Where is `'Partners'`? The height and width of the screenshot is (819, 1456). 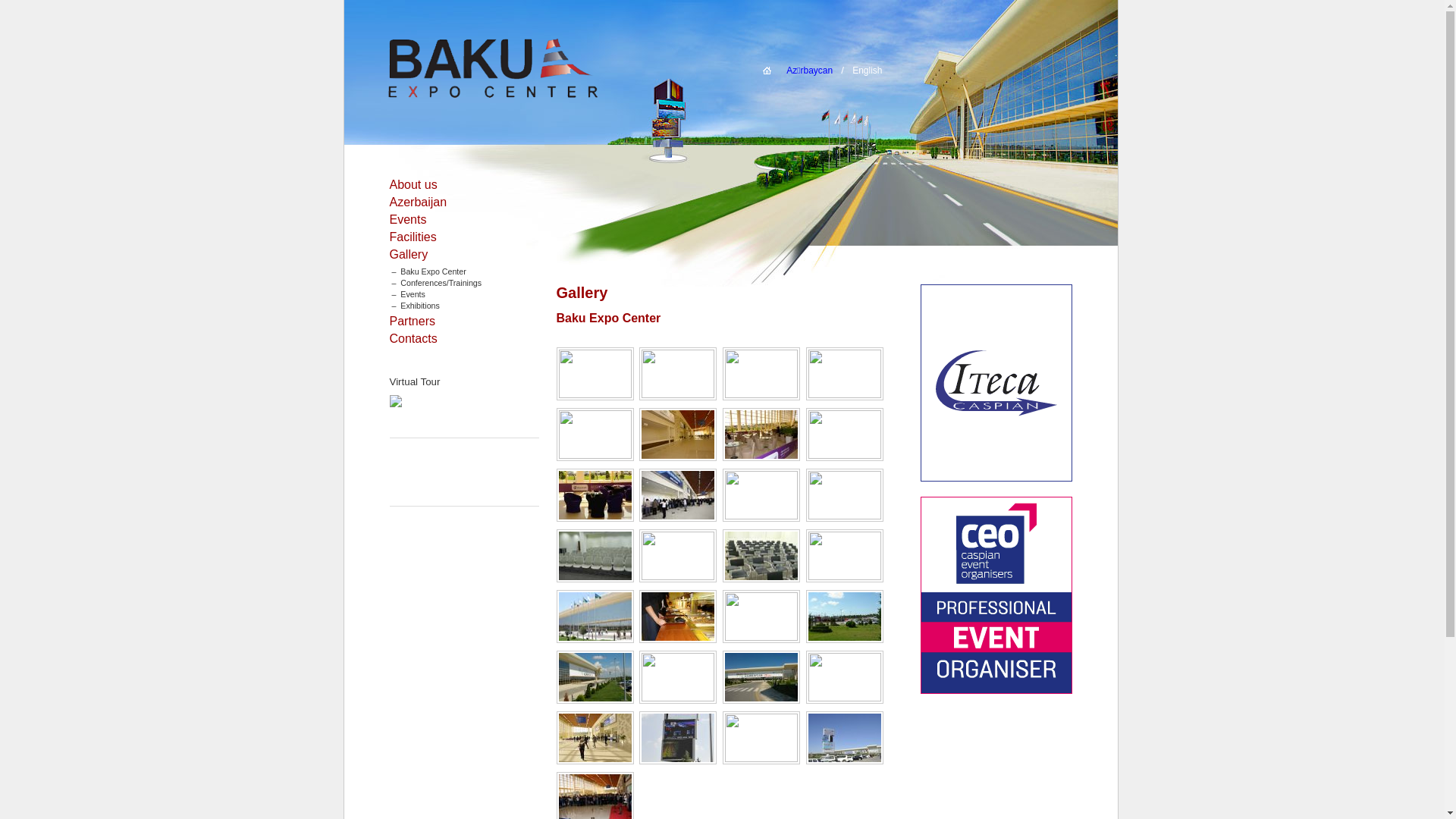 'Partners' is located at coordinates (412, 320).